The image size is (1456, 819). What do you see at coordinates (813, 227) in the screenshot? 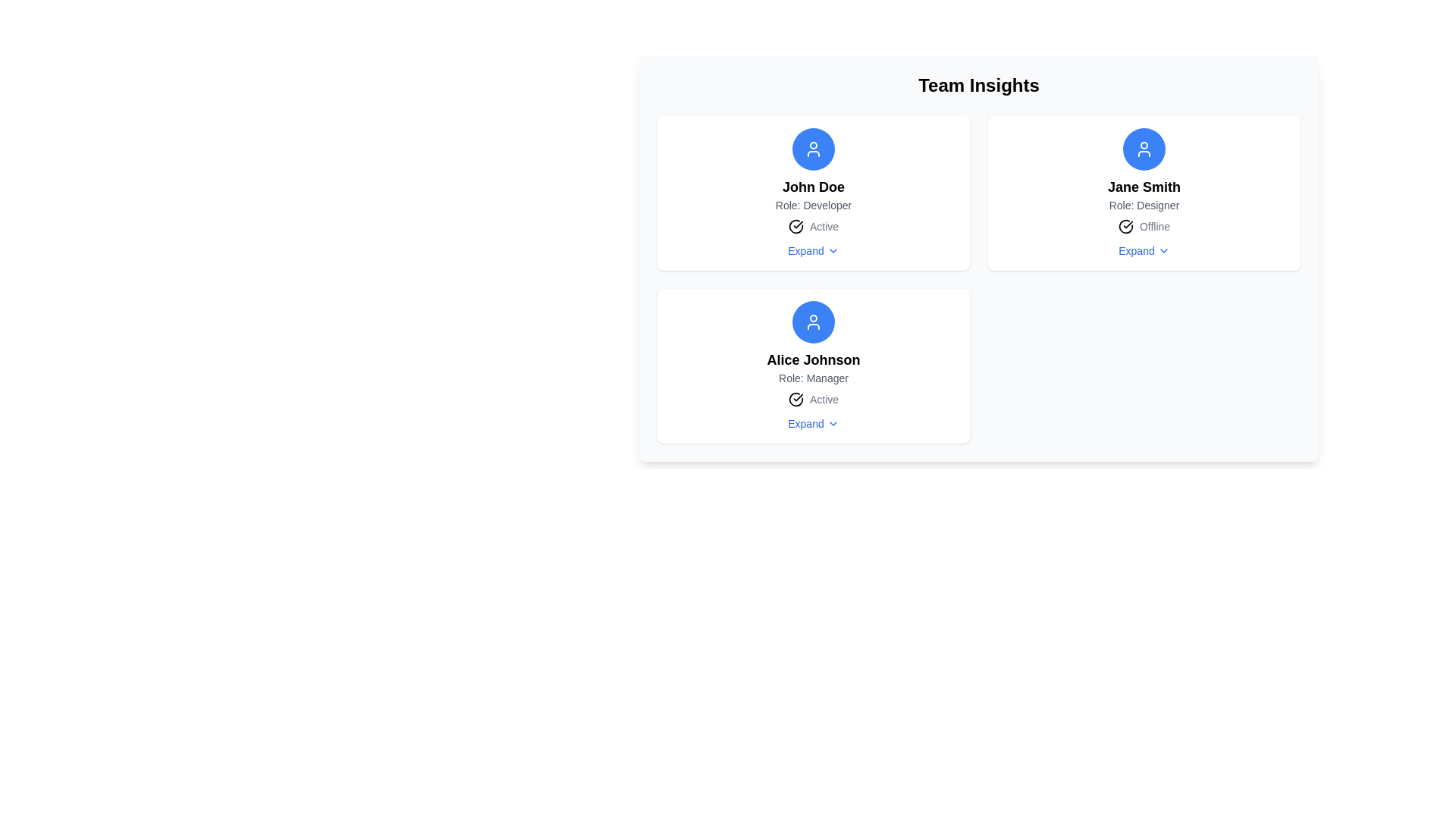
I see `the green circular Status Indicator with a checkmark indicating 'Active' located within John Doe's profile card` at bounding box center [813, 227].